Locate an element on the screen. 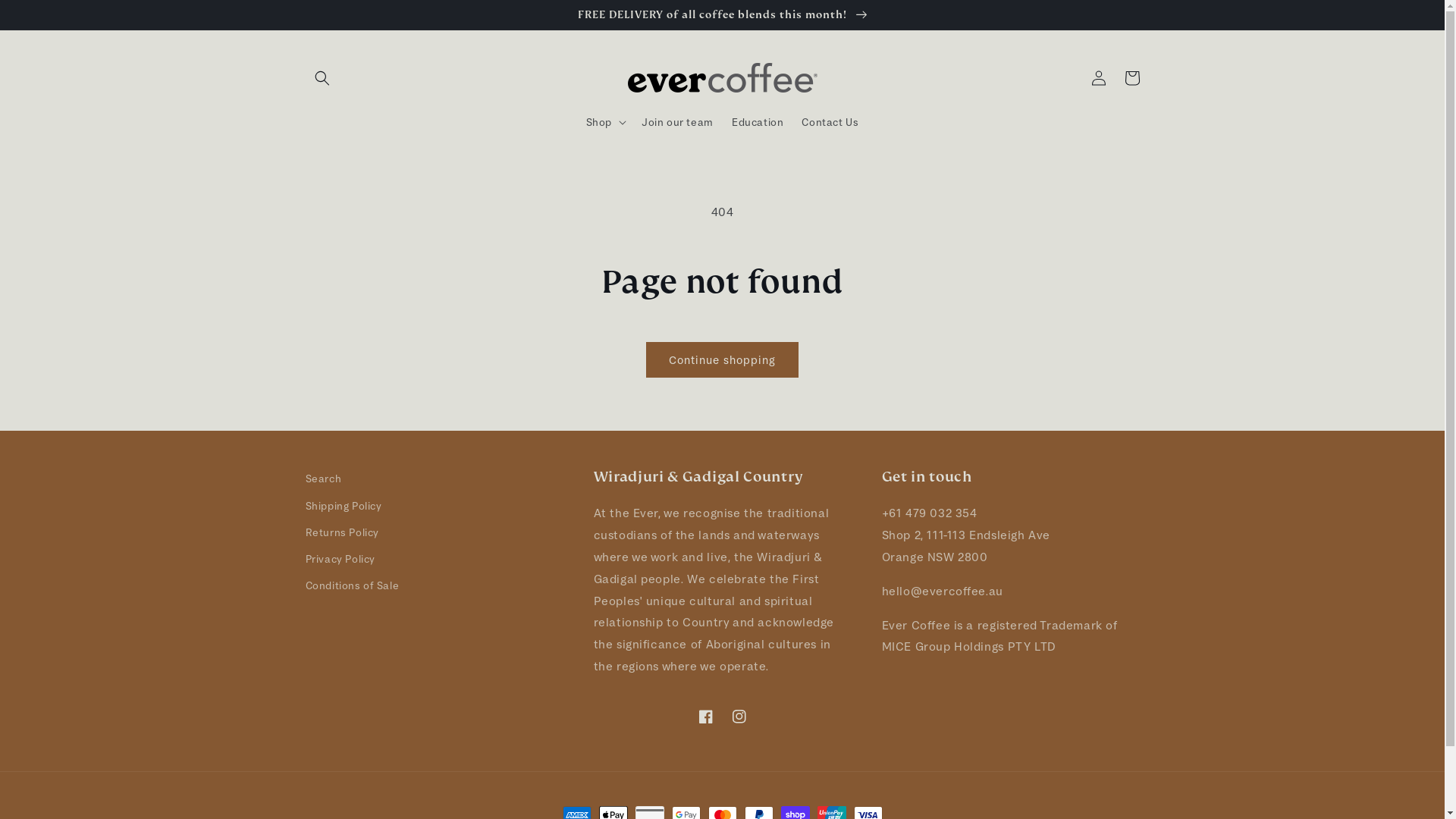 Image resolution: width=1456 pixels, height=819 pixels. 'Education' is located at coordinates (757, 121).